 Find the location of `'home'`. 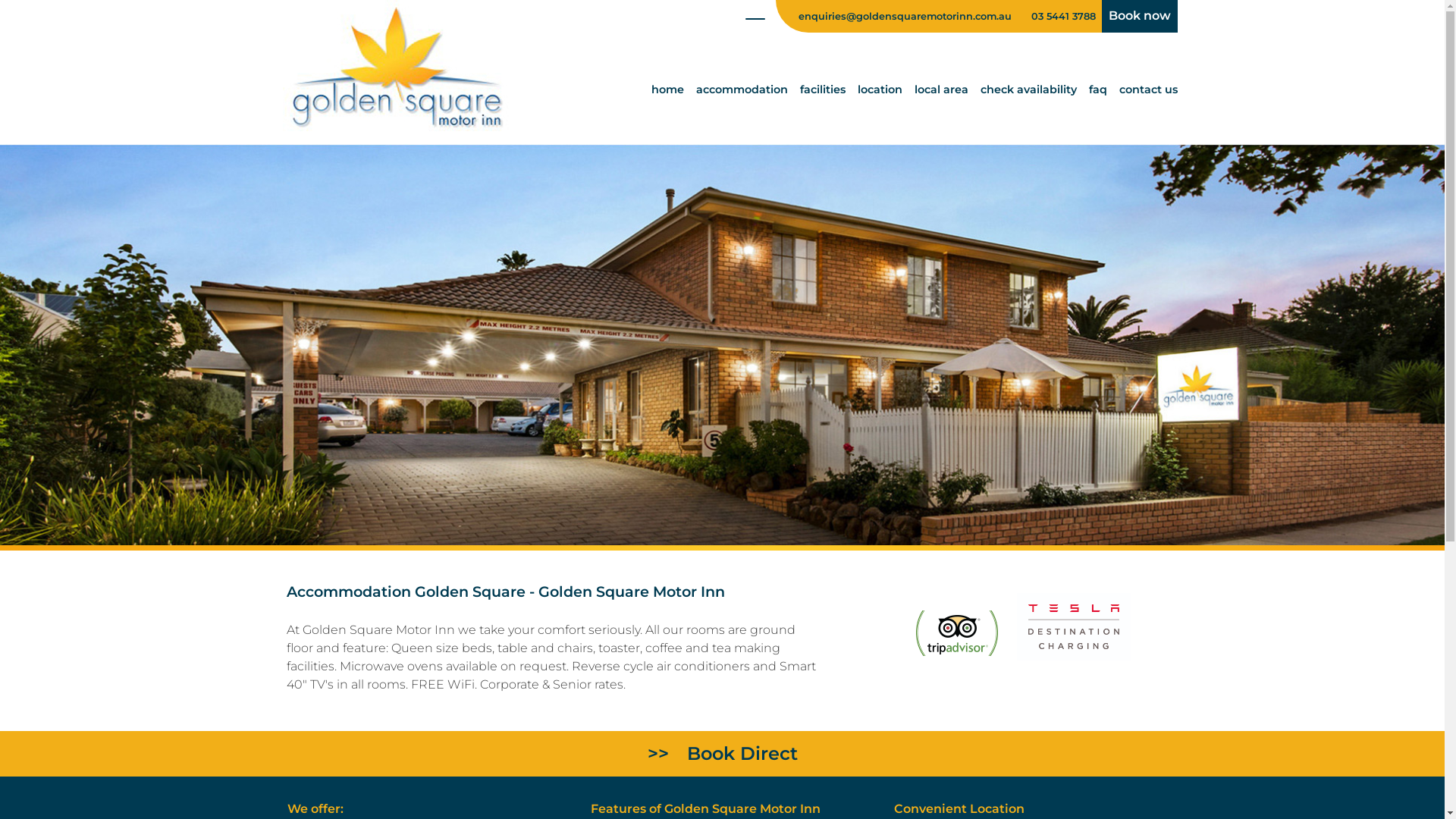

'home' is located at coordinates (667, 89).